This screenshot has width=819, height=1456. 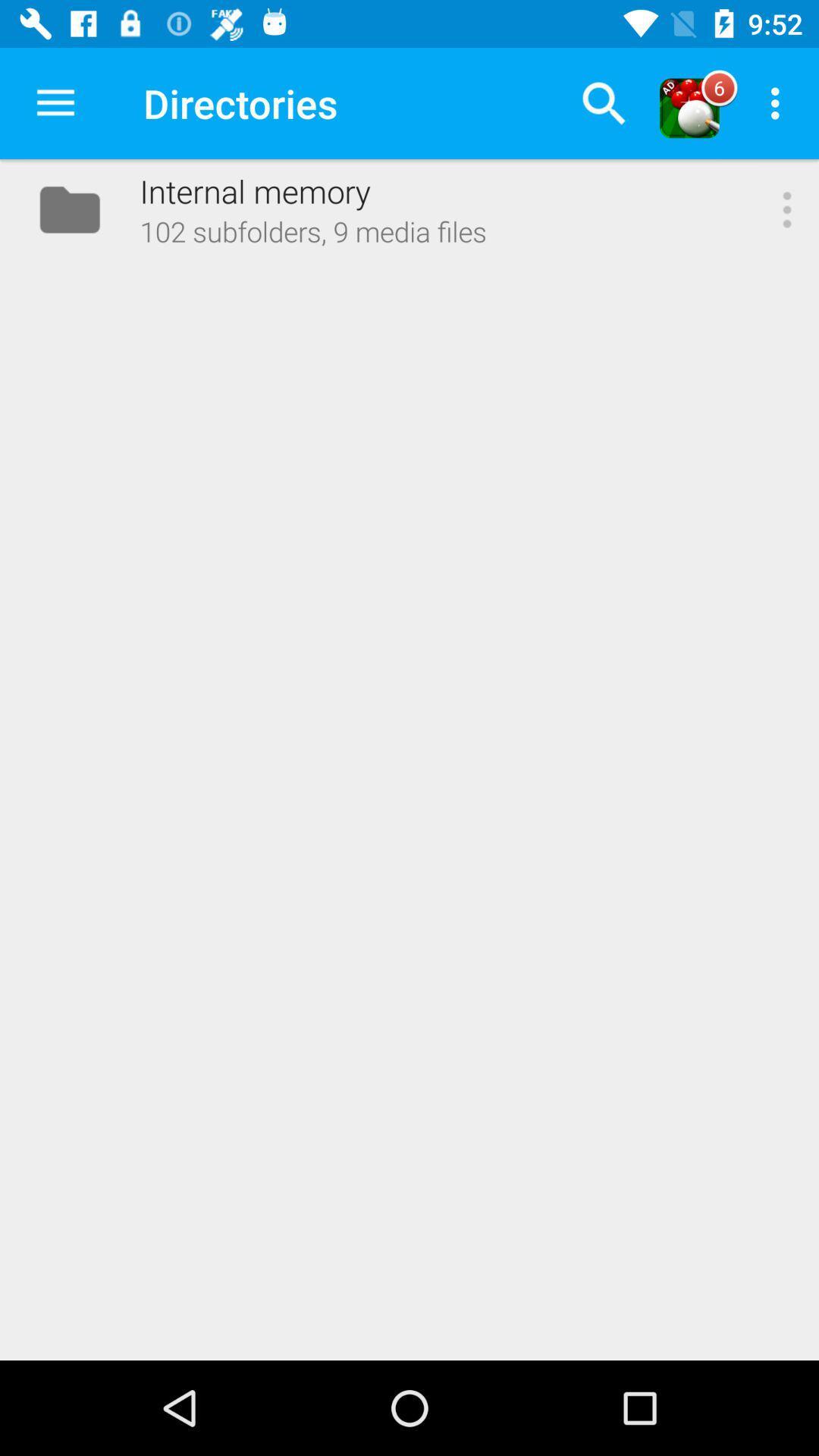 I want to click on the icon to the left of the internal memory, so click(x=55, y=102).